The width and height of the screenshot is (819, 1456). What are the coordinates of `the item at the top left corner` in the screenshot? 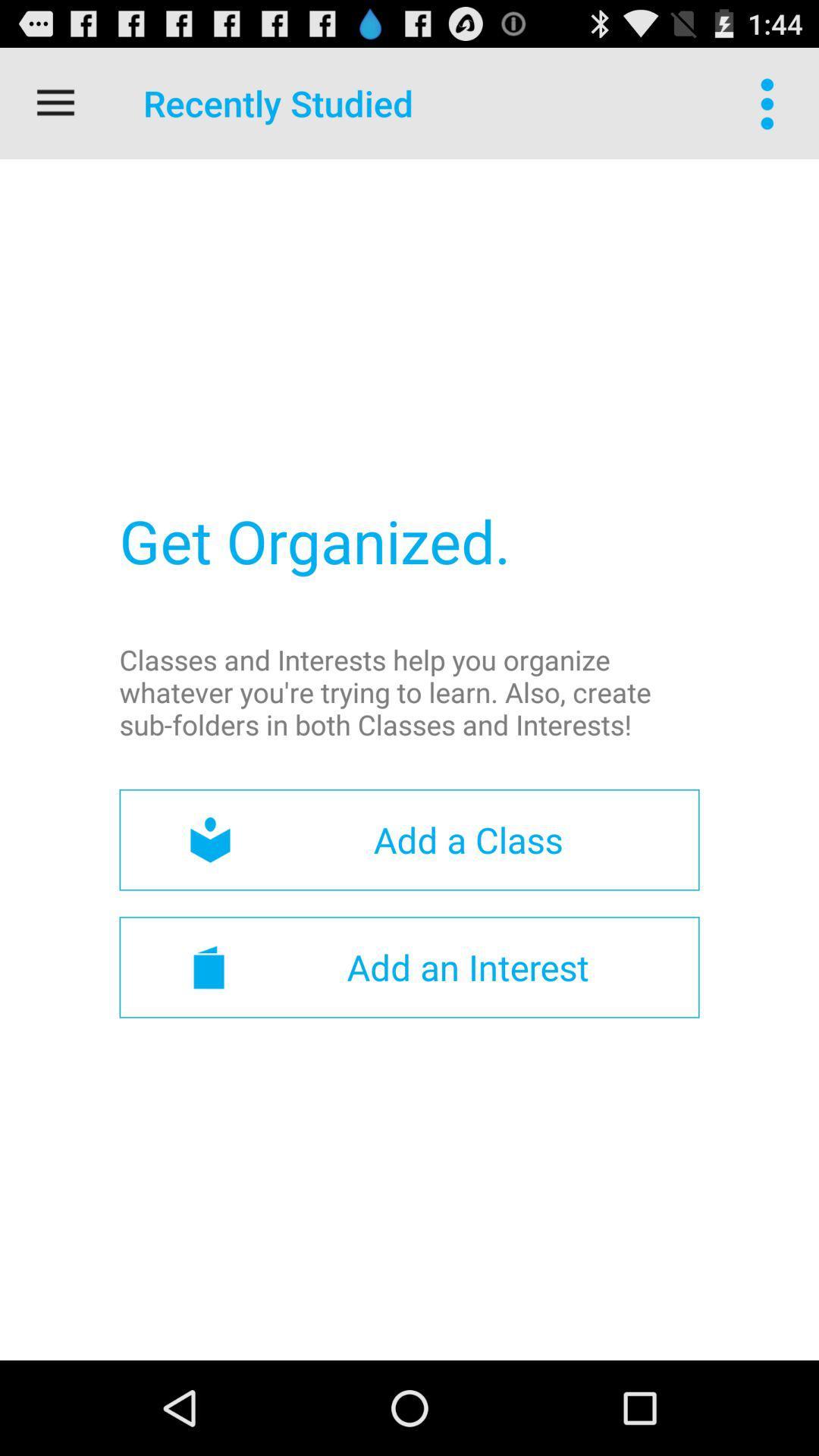 It's located at (55, 102).